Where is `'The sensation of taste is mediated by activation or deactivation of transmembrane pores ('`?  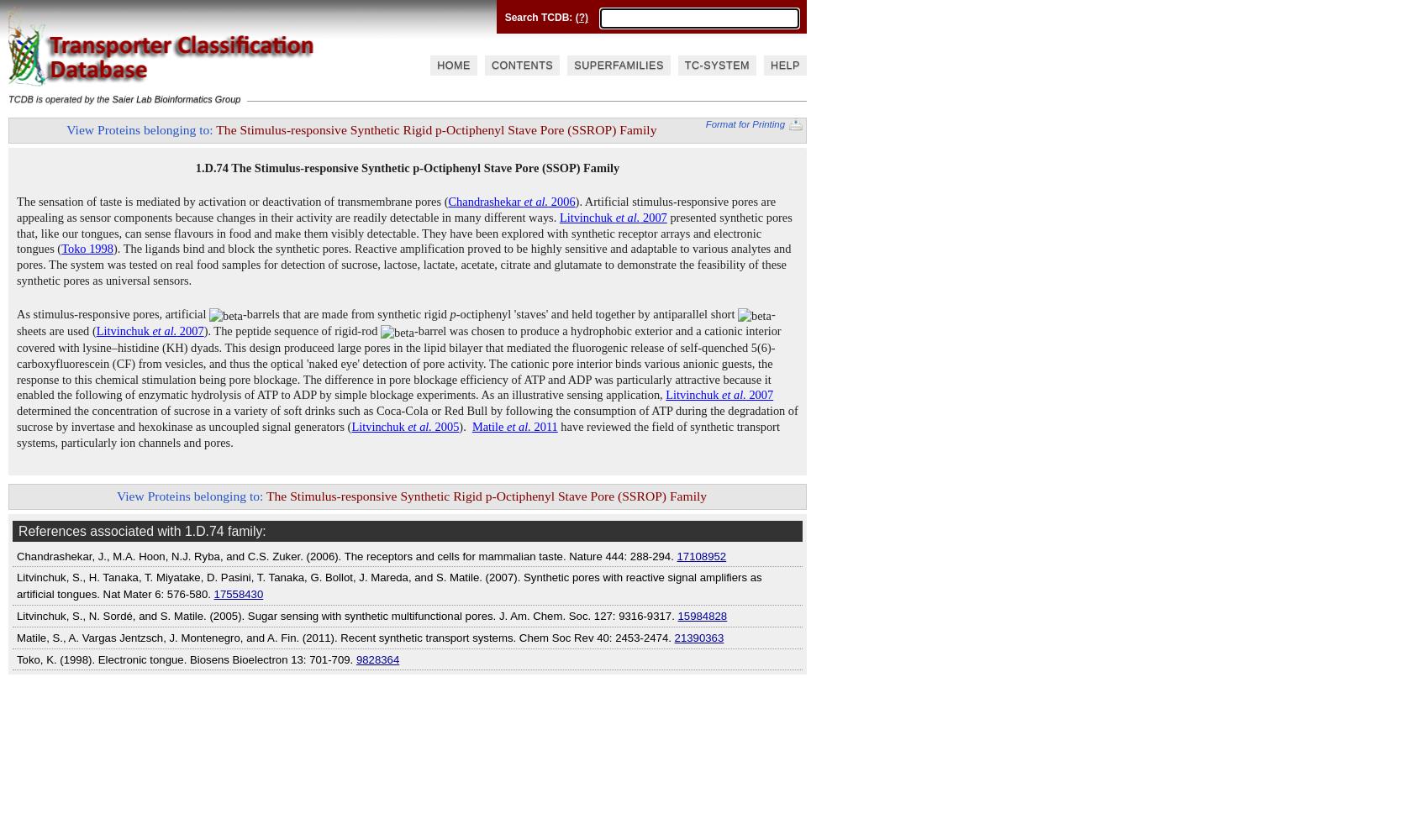
'The sensation of taste is mediated by activation or deactivation of transmembrane pores (' is located at coordinates (232, 201).